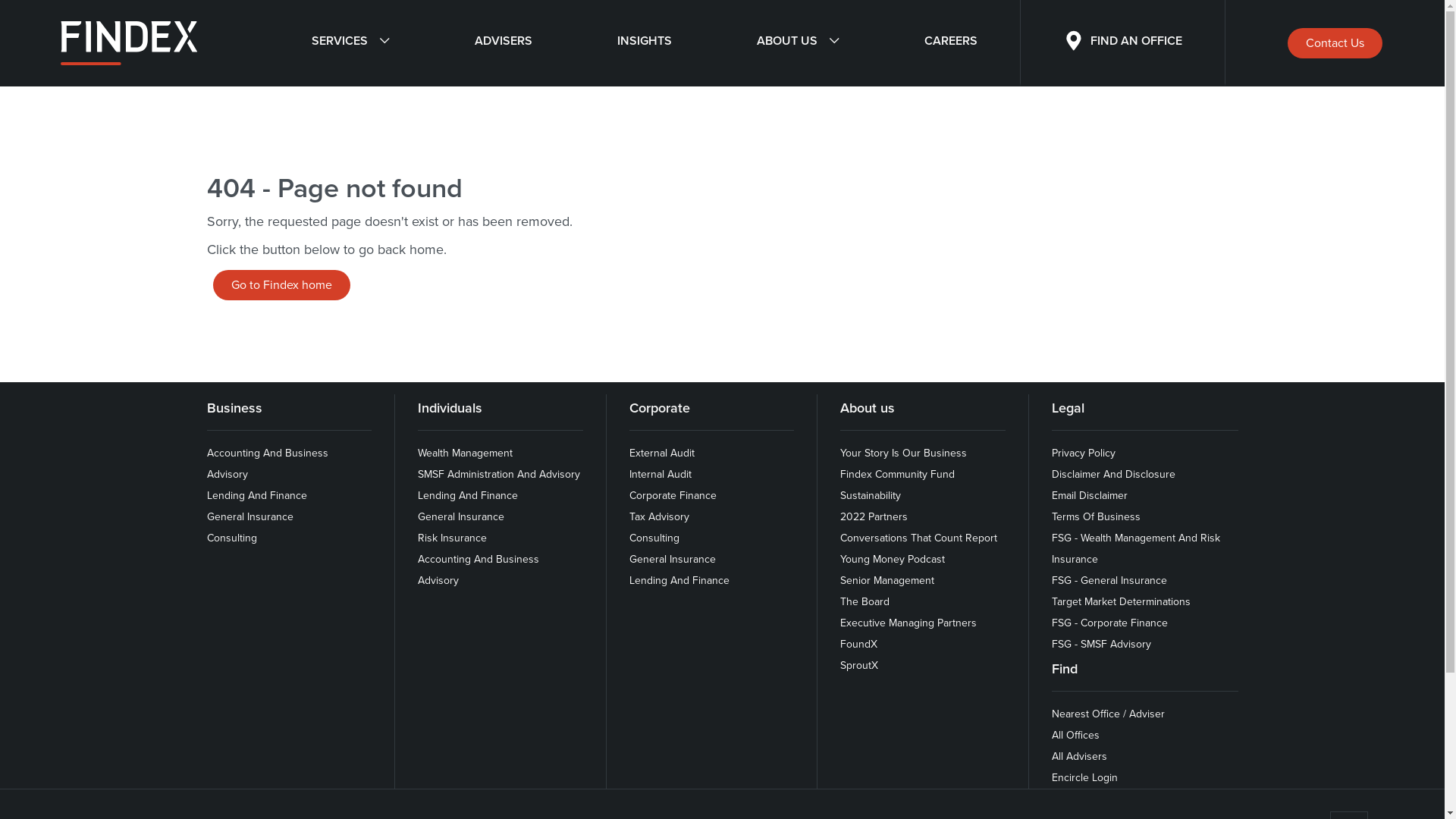 The image size is (1456, 819). Describe the element at coordinates (418, 473) in the screenshot. I see `'SMSF Administration And Advisory'` at that location.